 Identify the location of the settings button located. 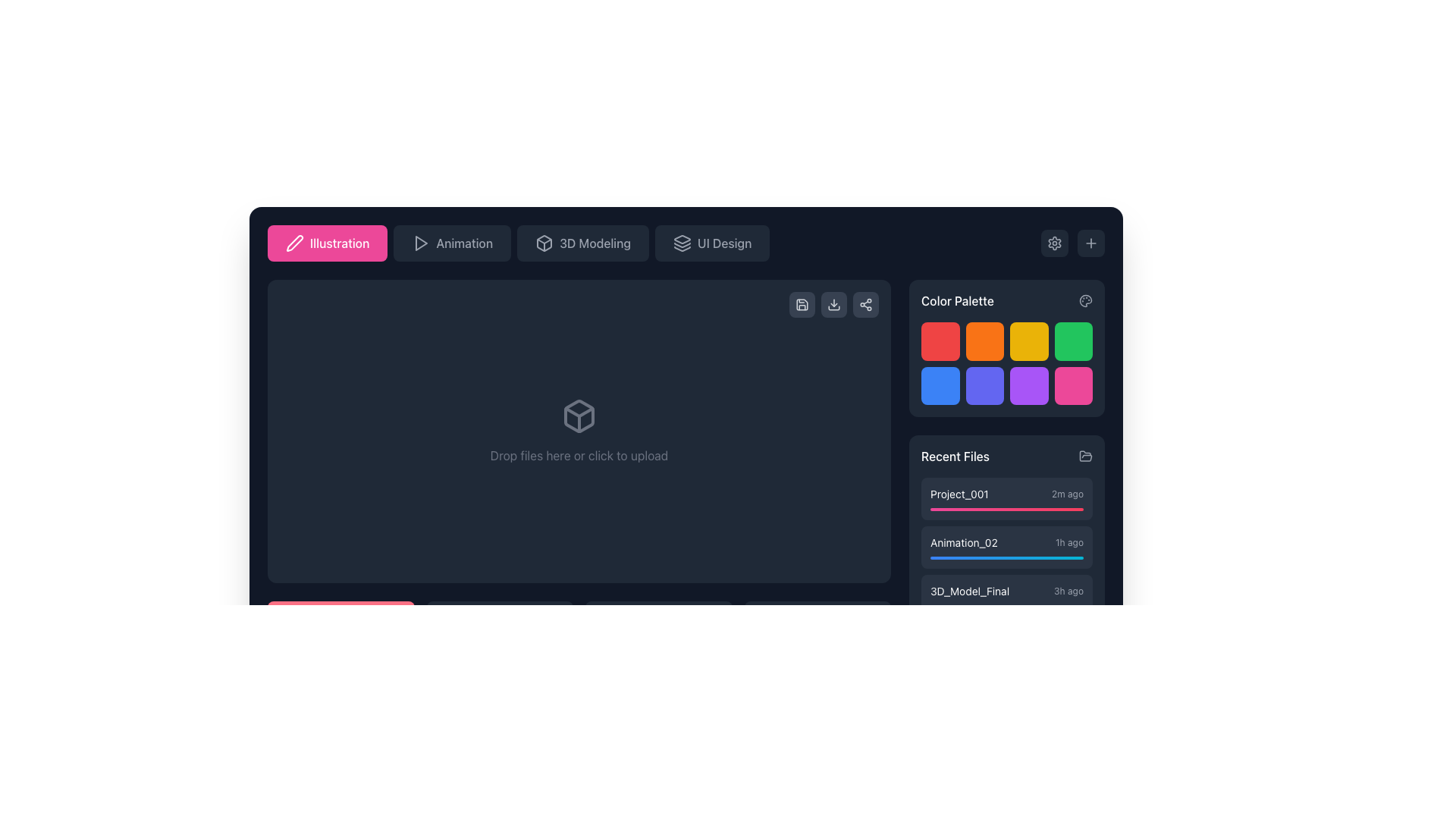
(1054, 242).